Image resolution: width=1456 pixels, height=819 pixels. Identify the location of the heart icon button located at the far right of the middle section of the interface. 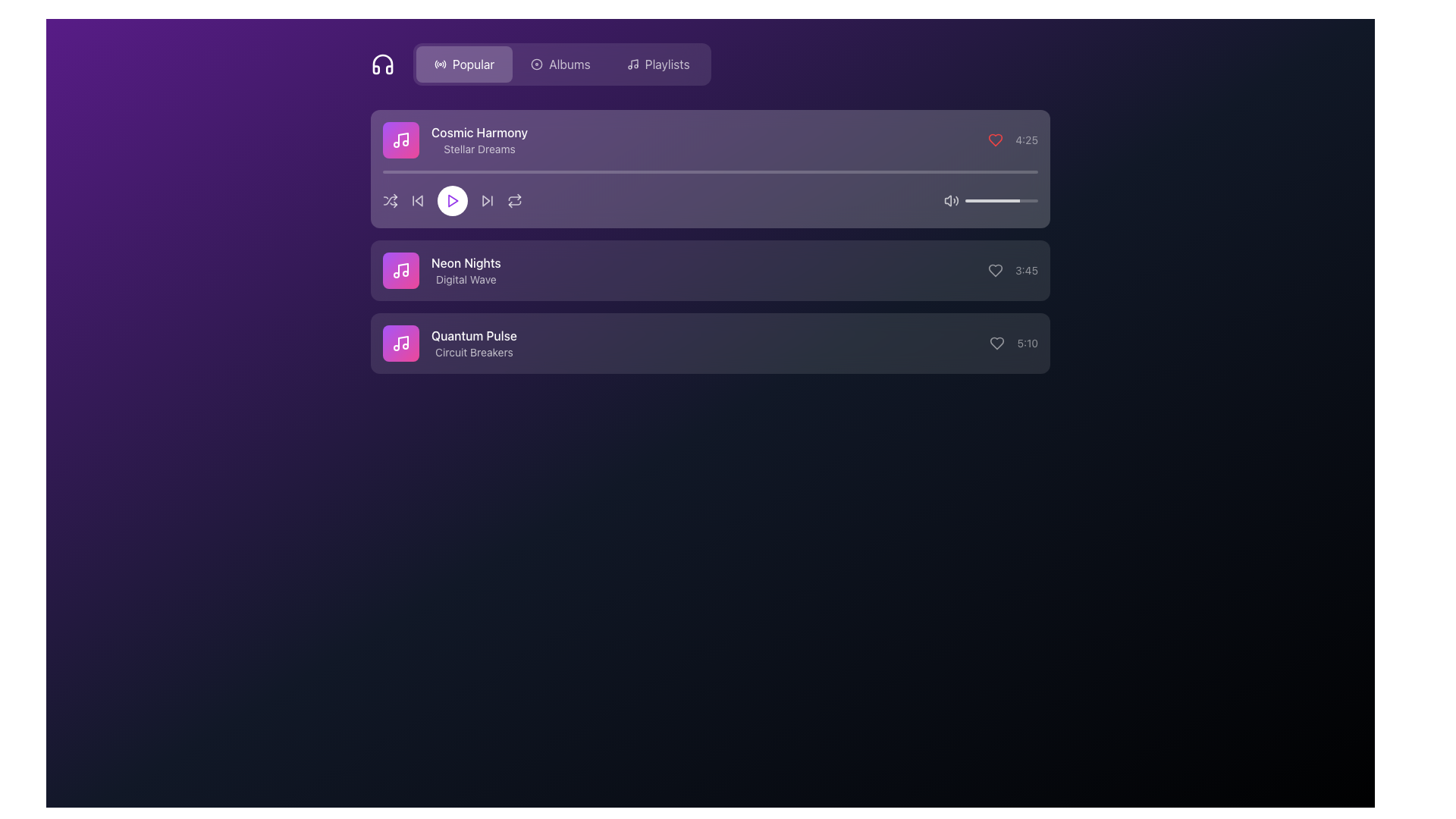
(997, 343).